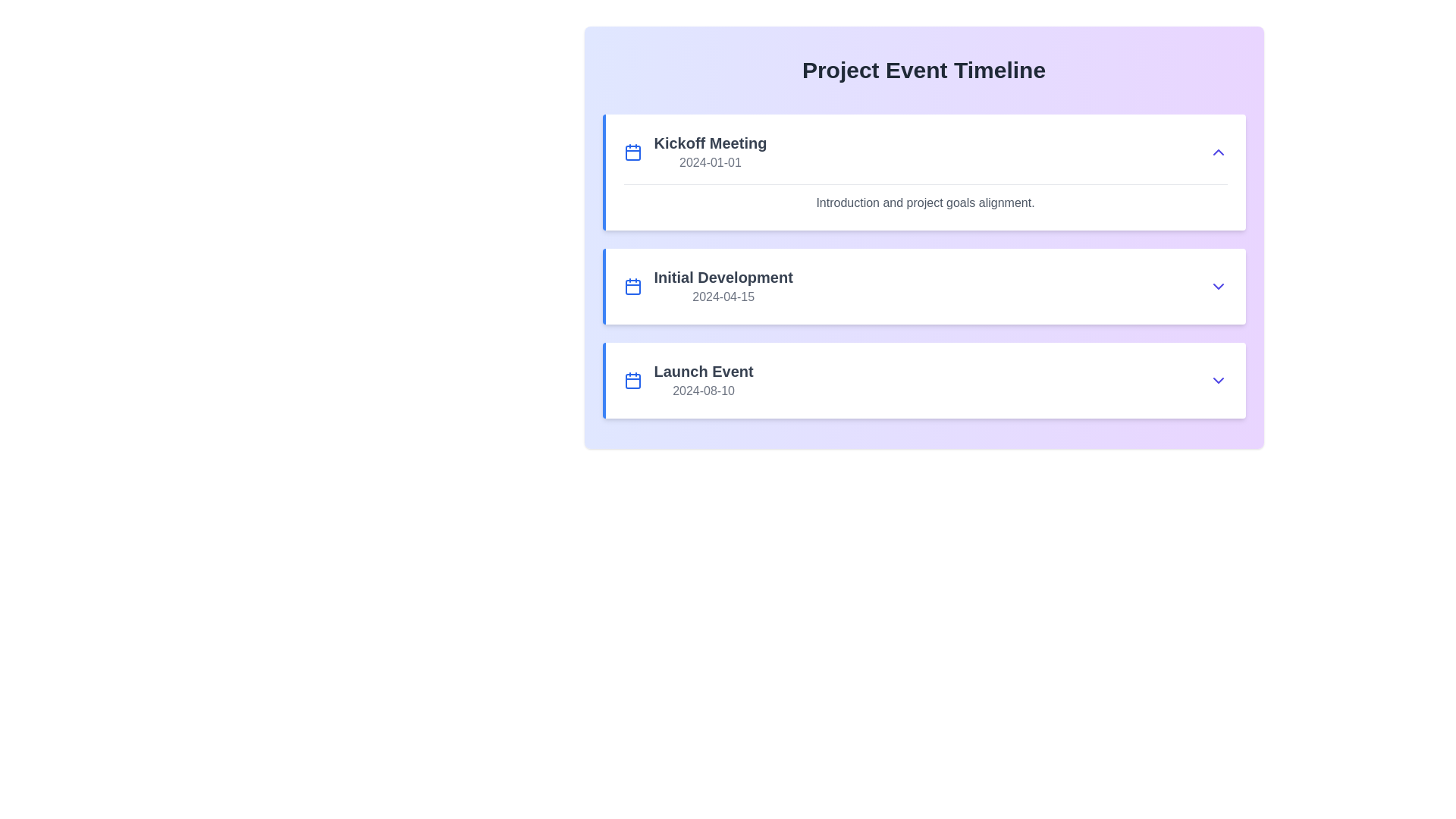  What do you see at coordinates (924, 197) in the screenshot?
I see `descriptive text located directly beneath the 'Kickoff Meeting' title and date within the first card of the vertical list of event entries` at bounding box center [924, 197].